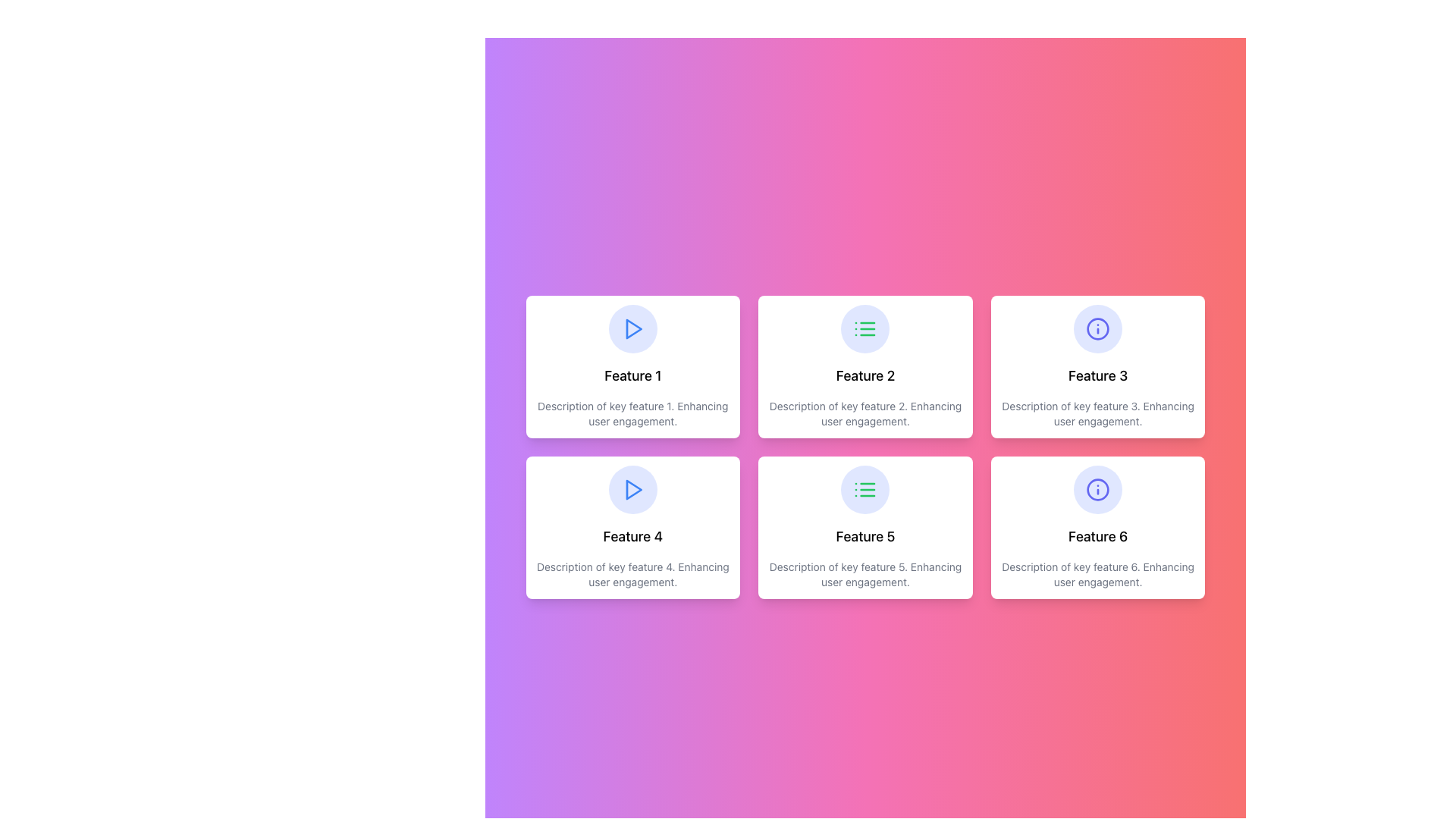  I want to click on the Informational Icon, which is a circle with an 'i' symbol in indigo, located at the top-center of the card labeled 'Feature 3', so click(1098, 489).